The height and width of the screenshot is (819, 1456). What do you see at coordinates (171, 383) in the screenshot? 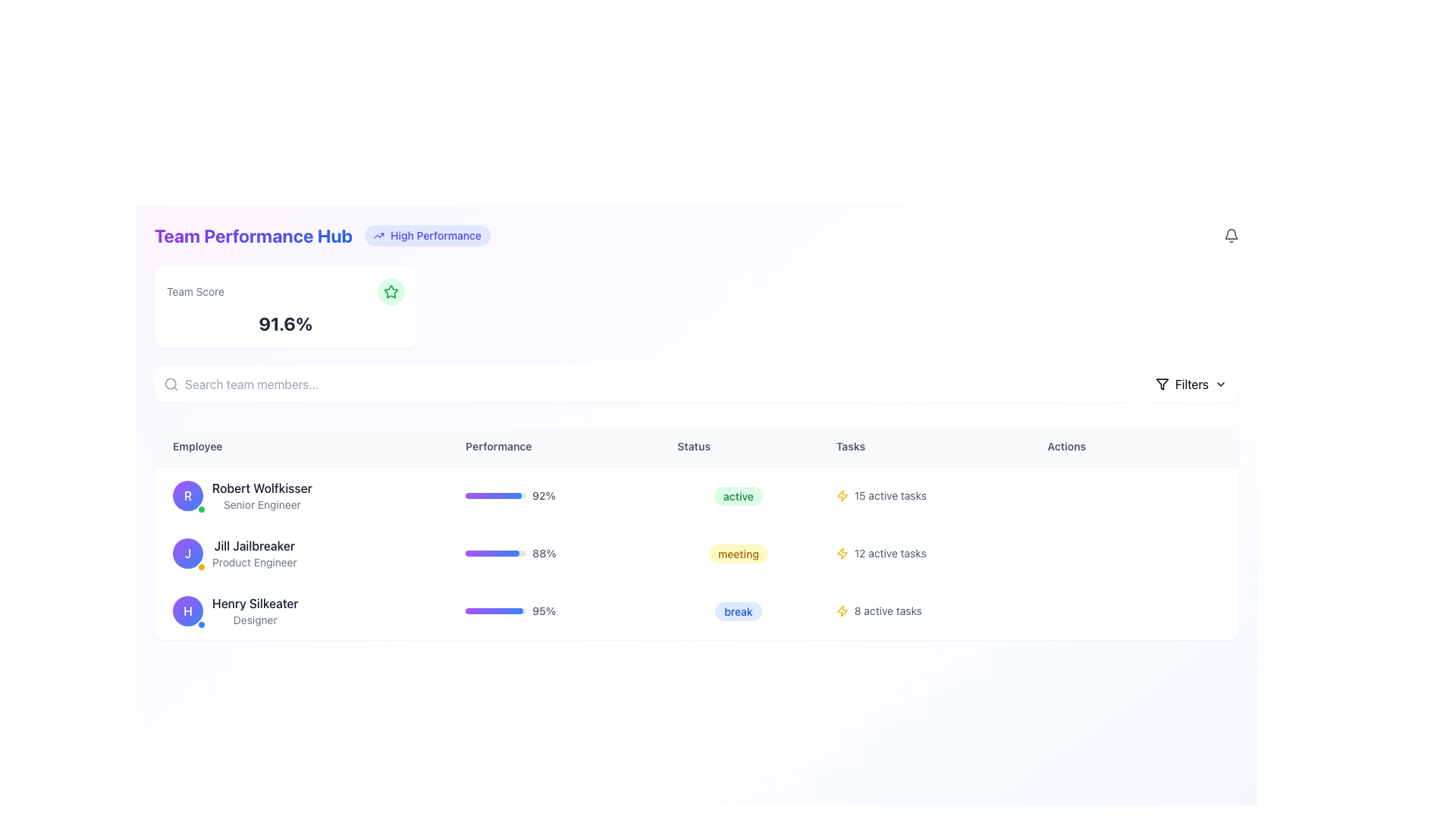
I see `the decorative part of the search icon, which symbolizes the search functionality and is located to the left of the search bar interface` at bounding box center [171, 383].